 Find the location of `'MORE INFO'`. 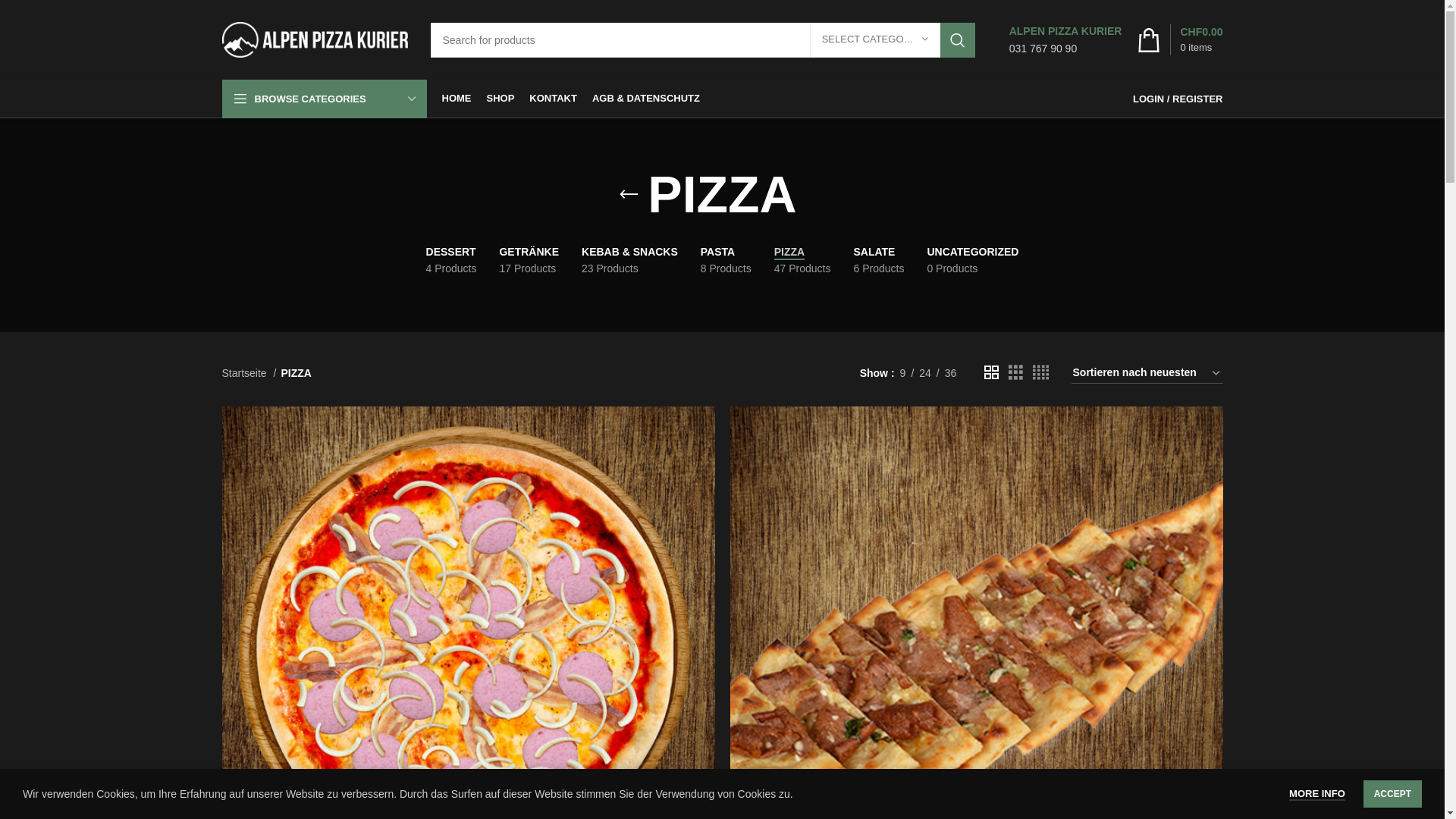

'MORE INFO' is located at coordinates (1316, 793).